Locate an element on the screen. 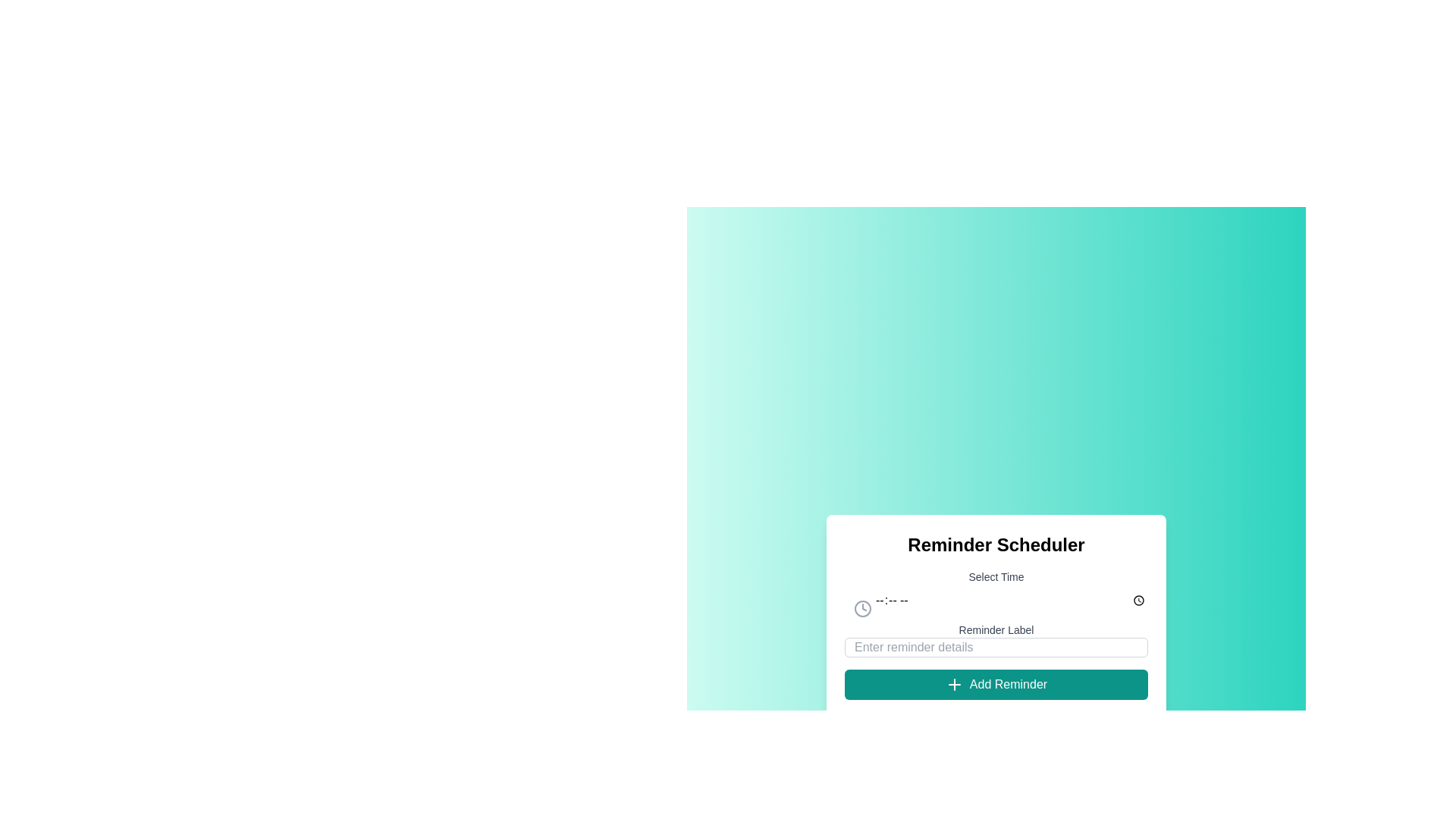 The image size is (1456, 819). the text input field for reminders, which is centrally located below the 'Select Time' section and above the 'Add Reminder' button is located at coordinates (996, 640).